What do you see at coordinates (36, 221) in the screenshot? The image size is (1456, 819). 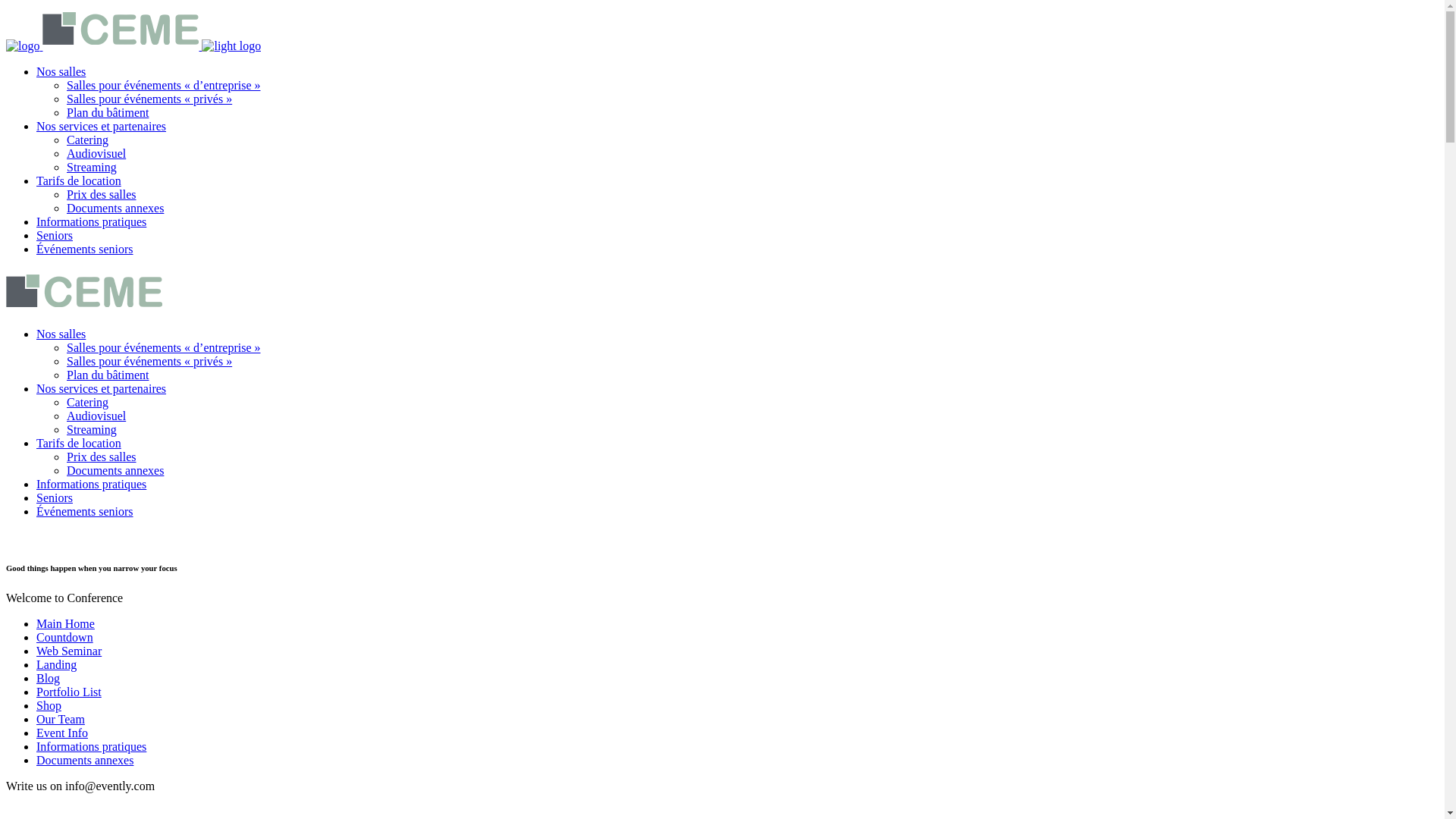 I see `'Informations pratiques'` at bounding box center [36, 221].